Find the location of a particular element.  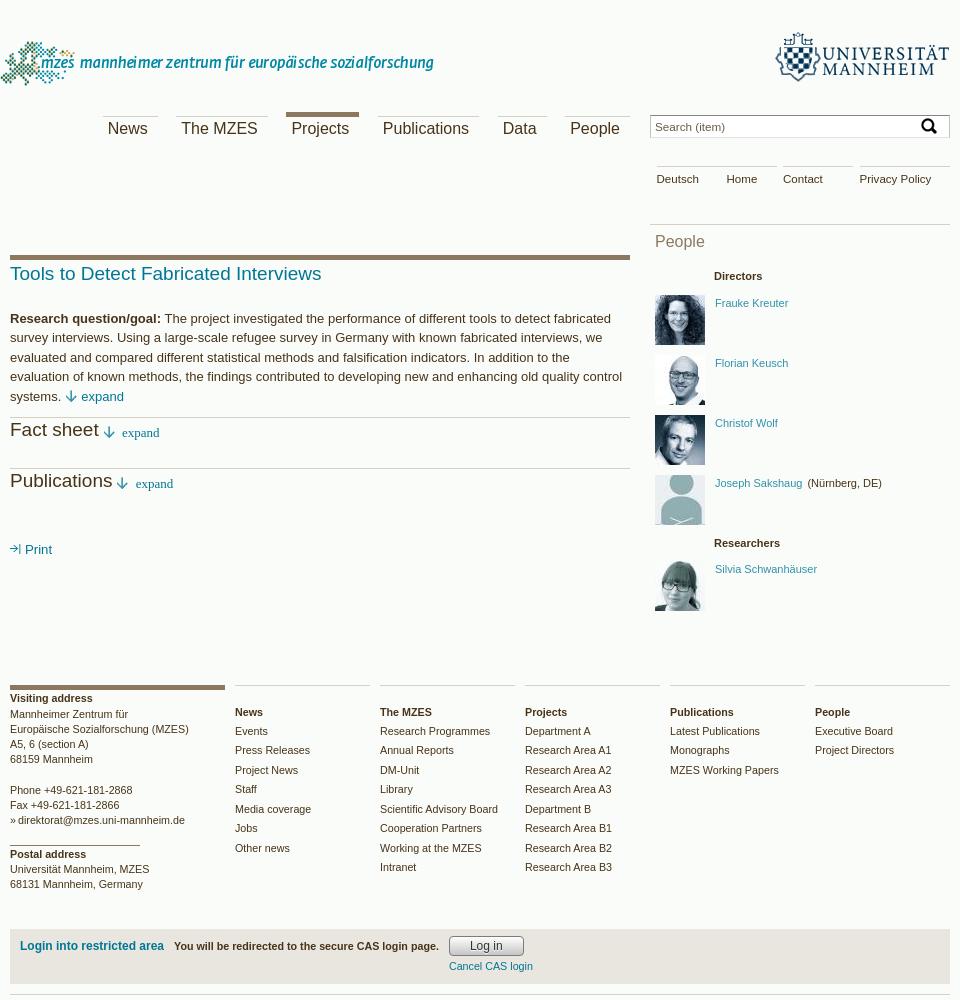

'You will be redirected to the secure CAS login page.' is located at coordinates (305, 944).